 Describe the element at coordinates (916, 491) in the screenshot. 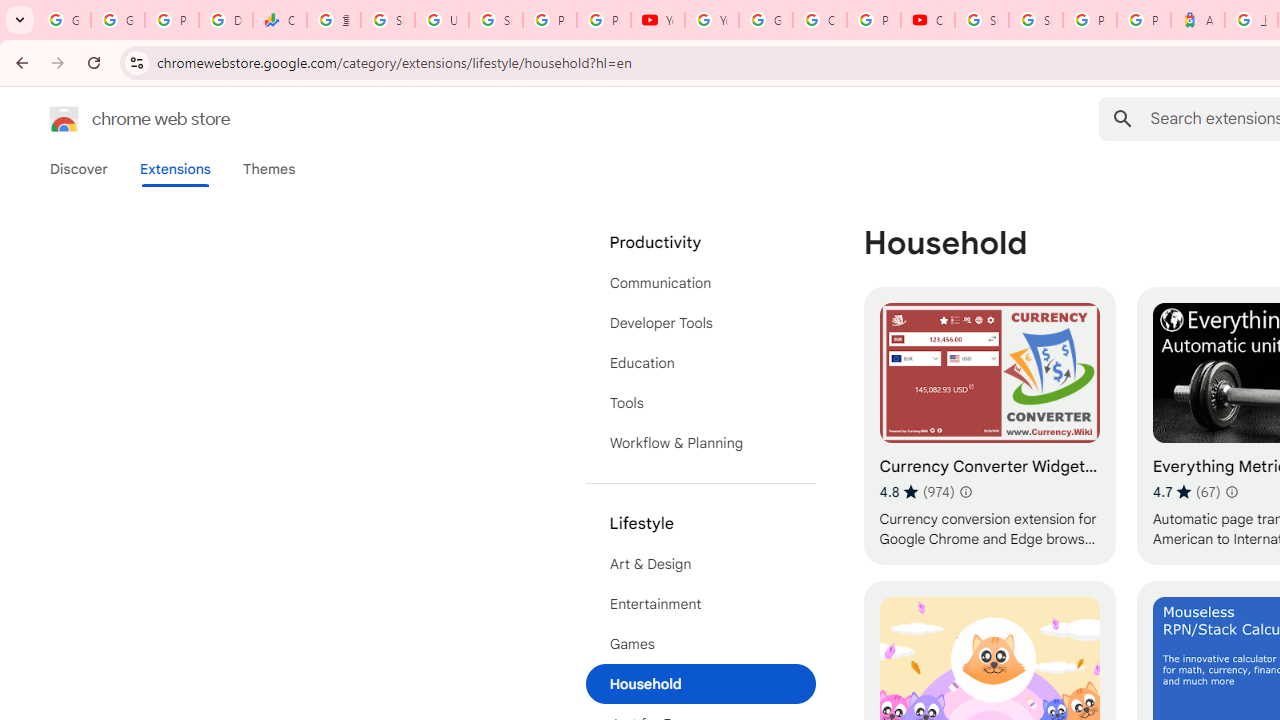

I see `'Average rating 4.8 out of 5 stars. 974 ratings.'` at that location.